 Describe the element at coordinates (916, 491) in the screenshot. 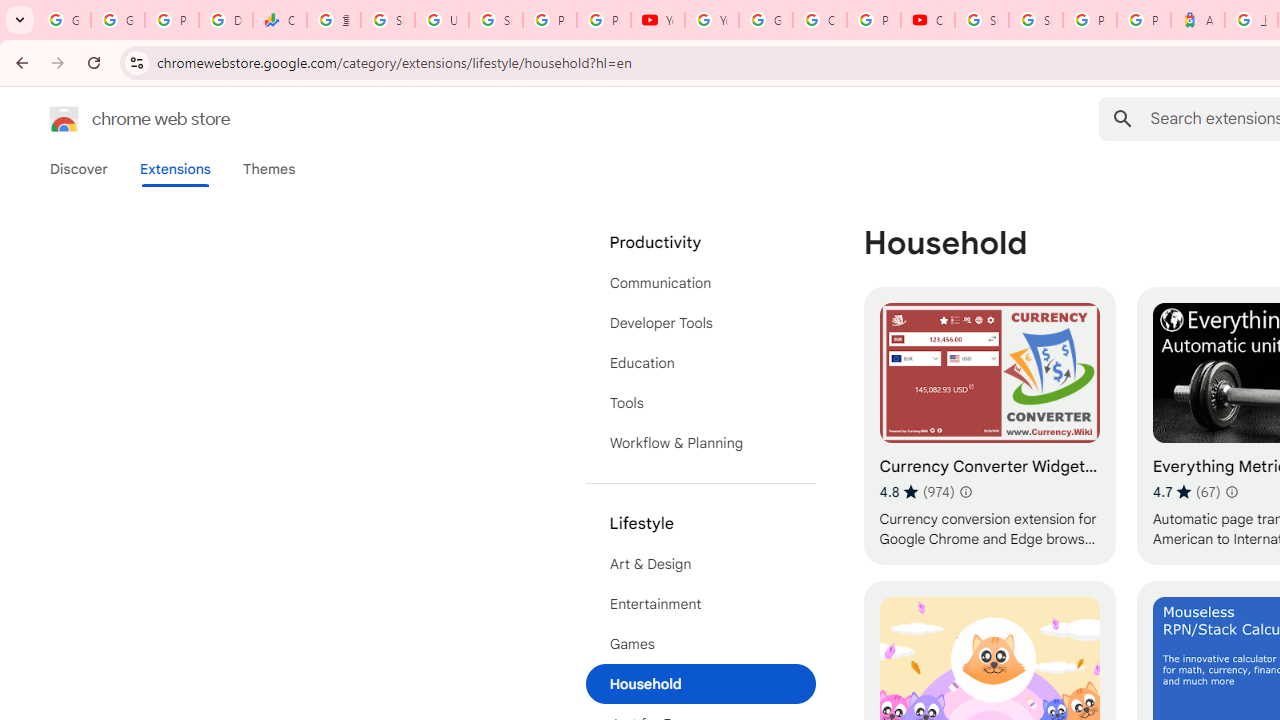

I see `'Average rating 4.8 out of 5 stars. 974 ratings.'` at that location.